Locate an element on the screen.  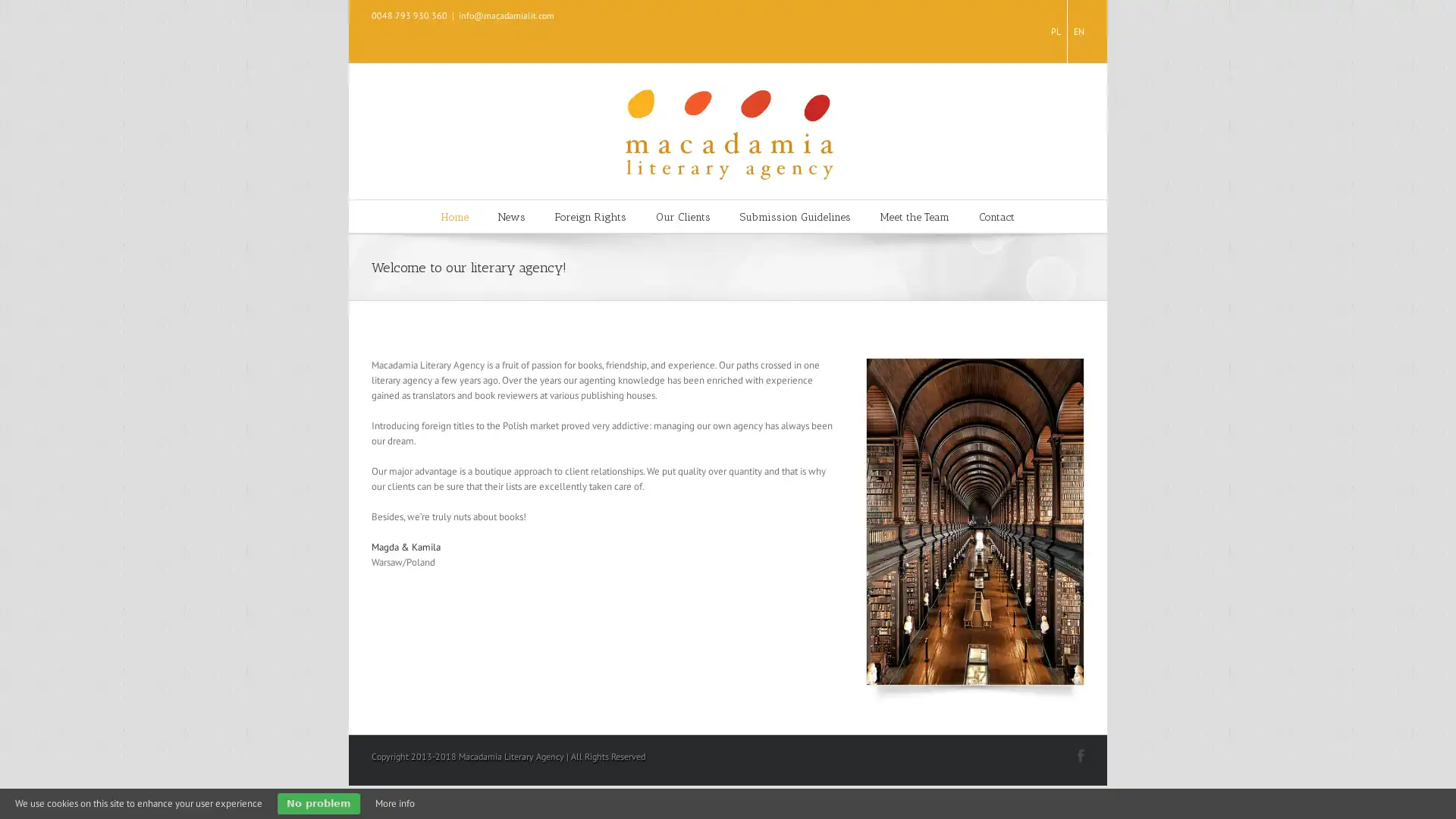
No problem is located at coordinates (318, 803).